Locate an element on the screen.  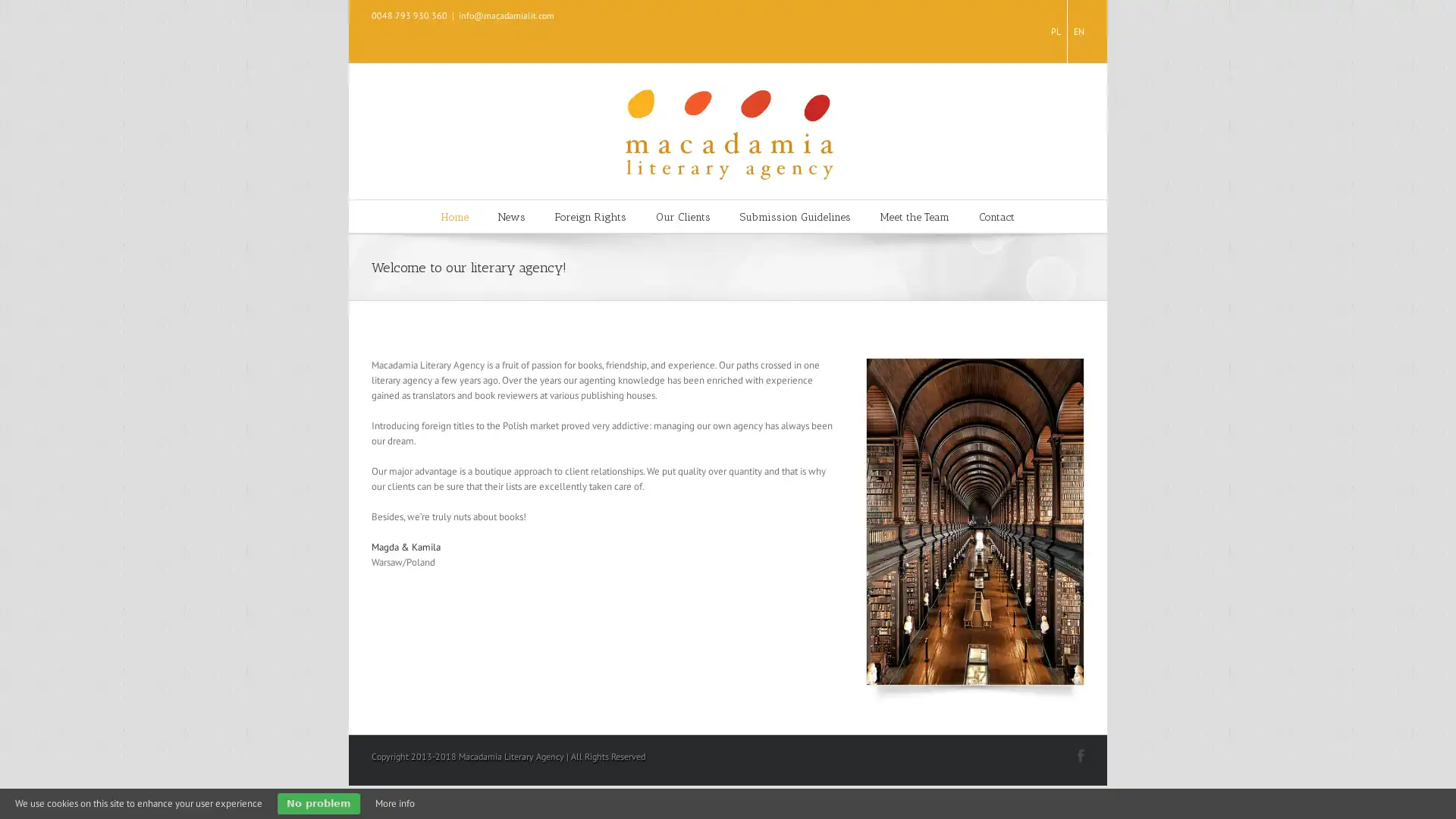
No problem is located at coordinates (318, 803).